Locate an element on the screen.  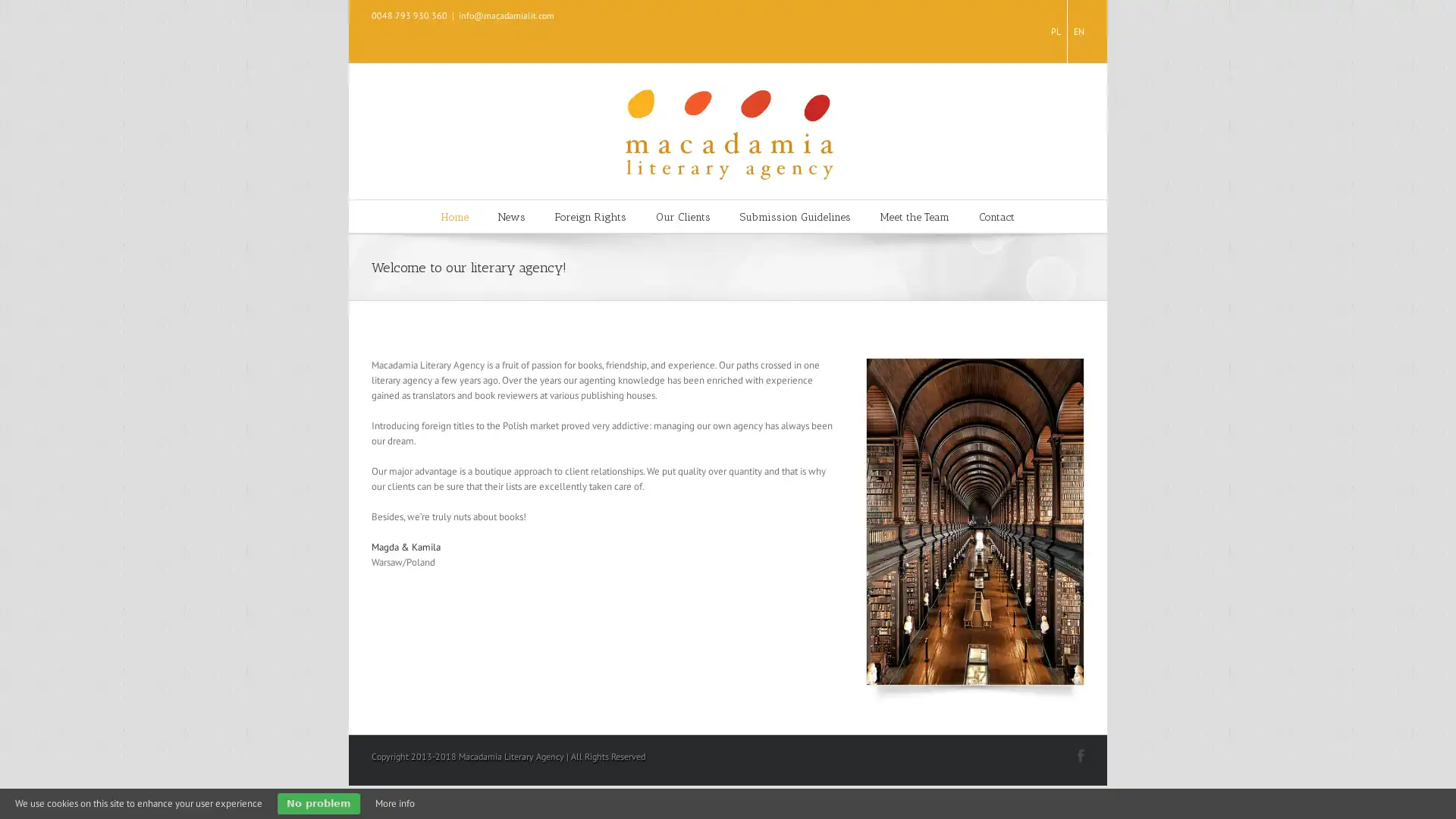
No problem is located at coordinates (318, 803).